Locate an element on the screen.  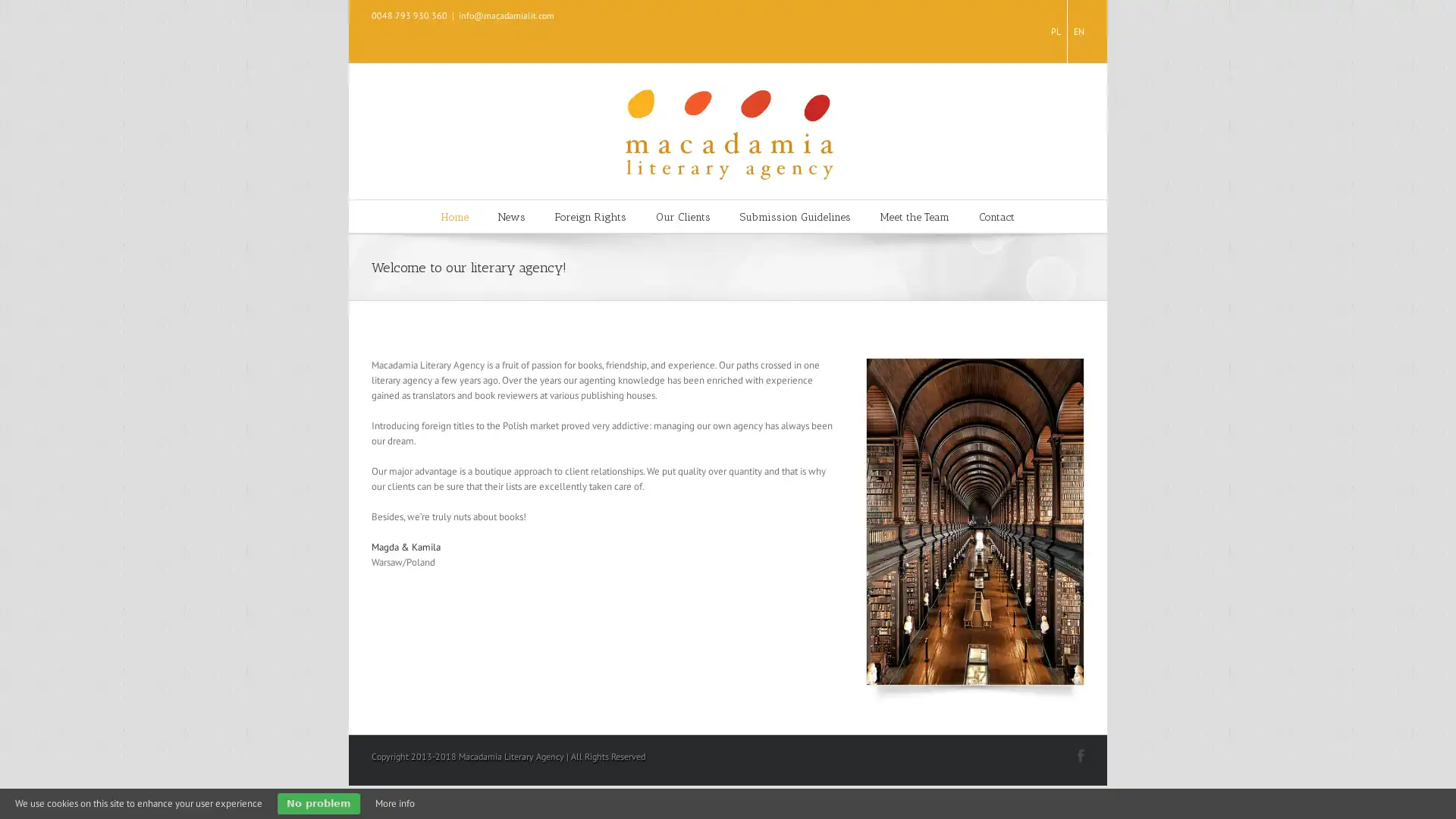
No problem is located at coordinates (318, 803).